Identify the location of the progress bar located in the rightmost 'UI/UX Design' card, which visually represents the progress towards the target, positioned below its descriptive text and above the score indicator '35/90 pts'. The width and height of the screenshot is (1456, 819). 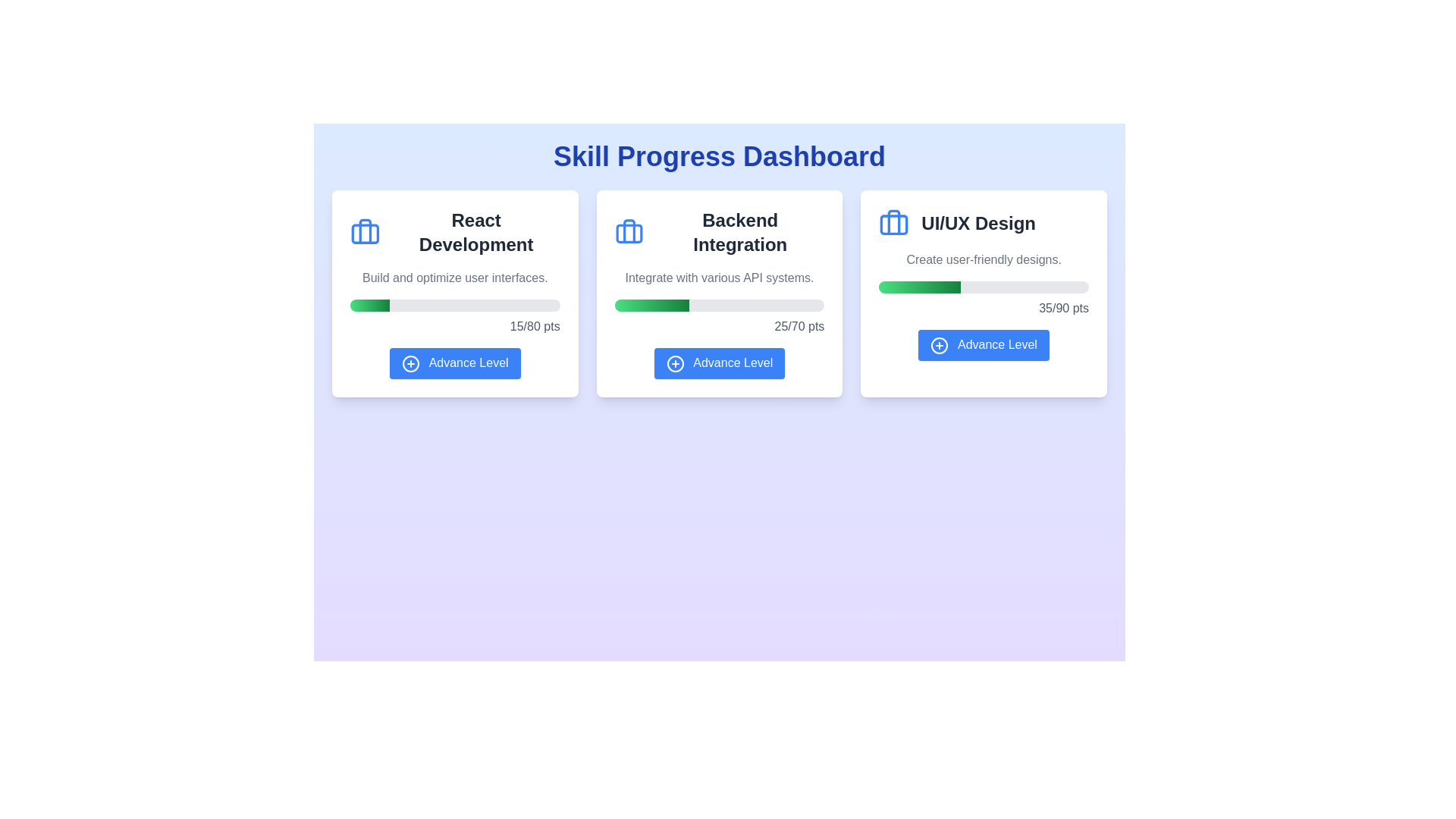
(919, 287).